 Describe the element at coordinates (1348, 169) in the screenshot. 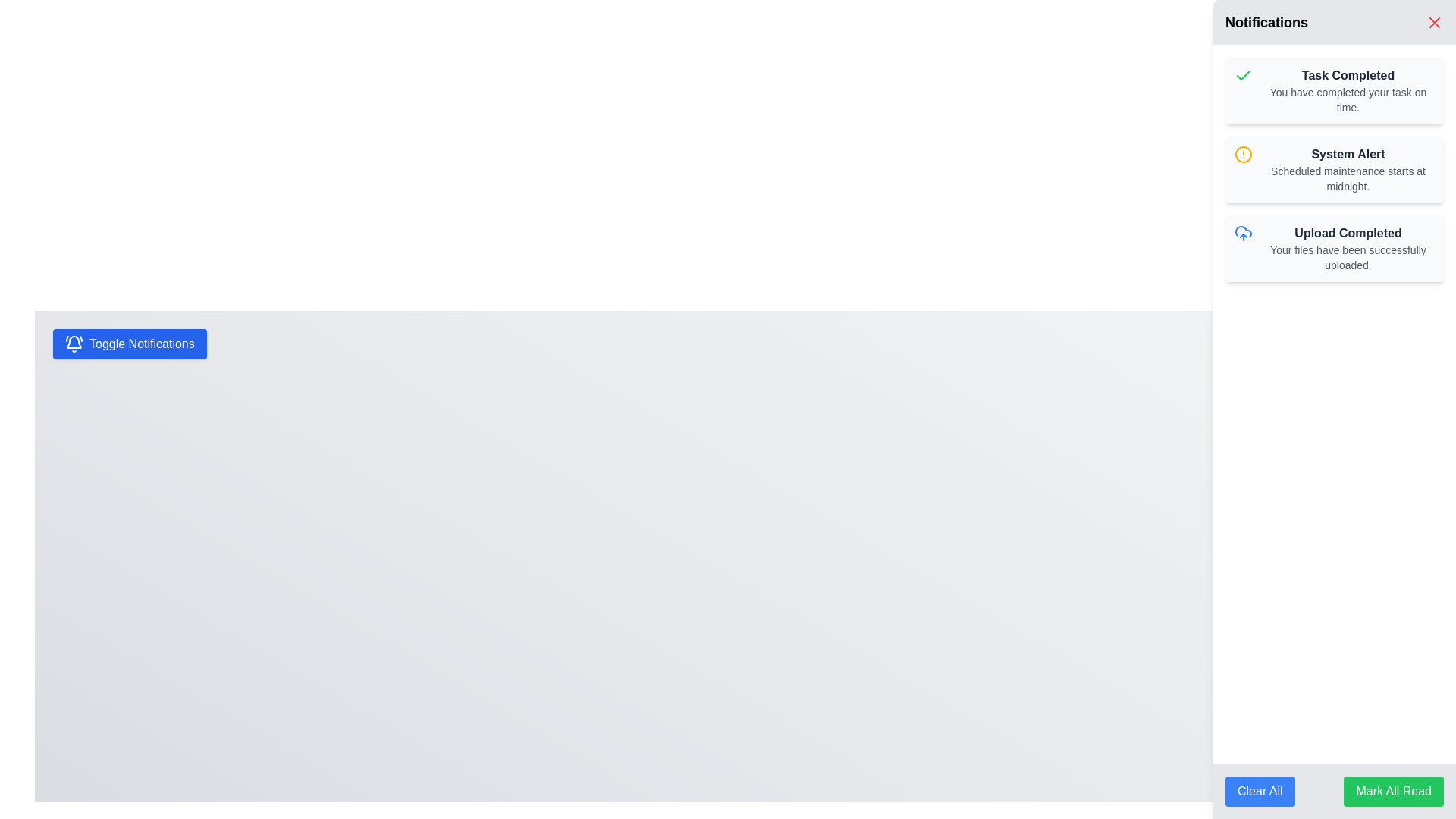

I see `the second Notification card in the Notifications panel to acknowledge or interact with the scheduled maintenance event information` at that location.